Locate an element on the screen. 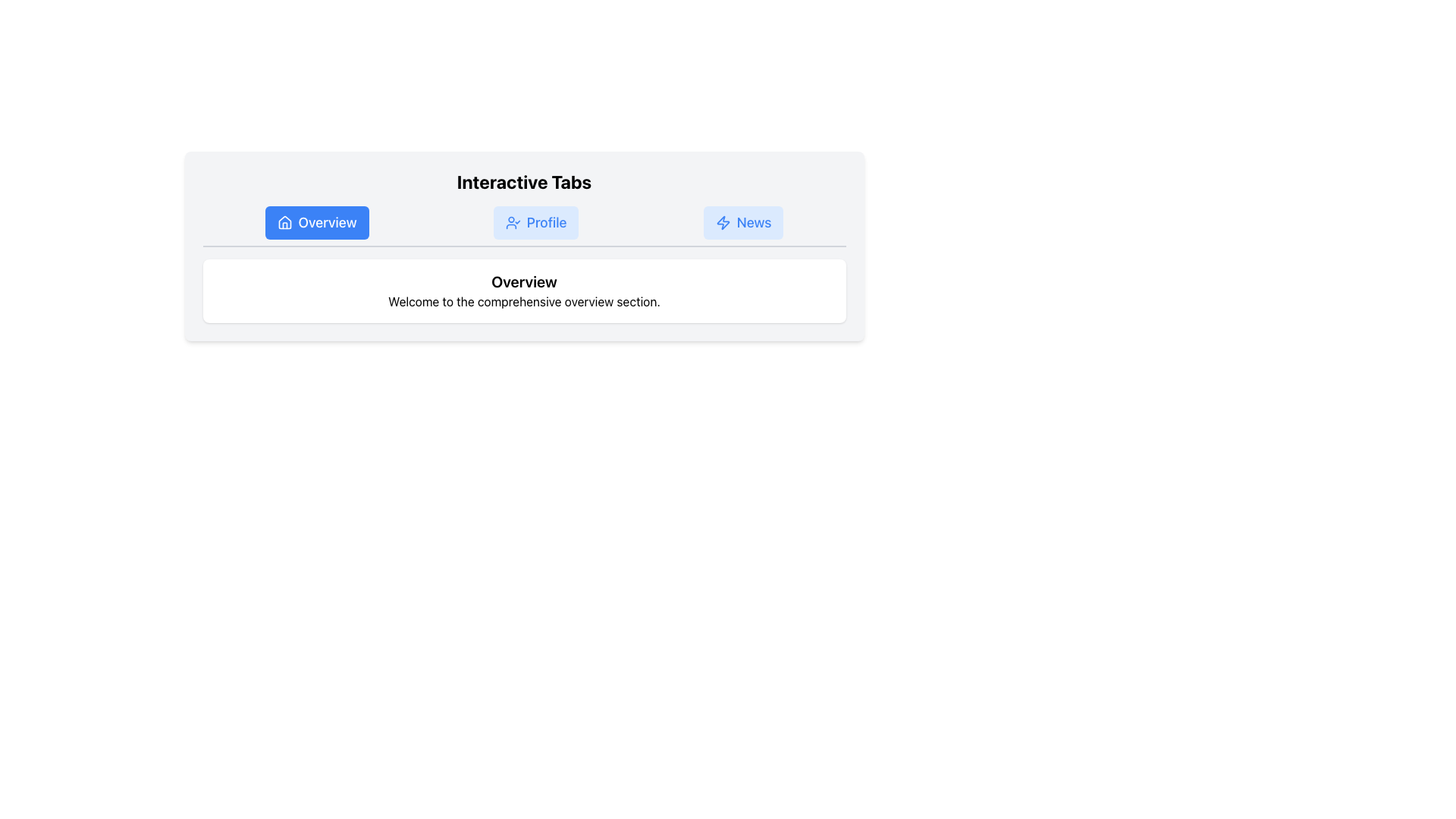  the small blue lightning bolt icon that is located next to the text 'News' in the tab system is located at coordinates (722, 222).